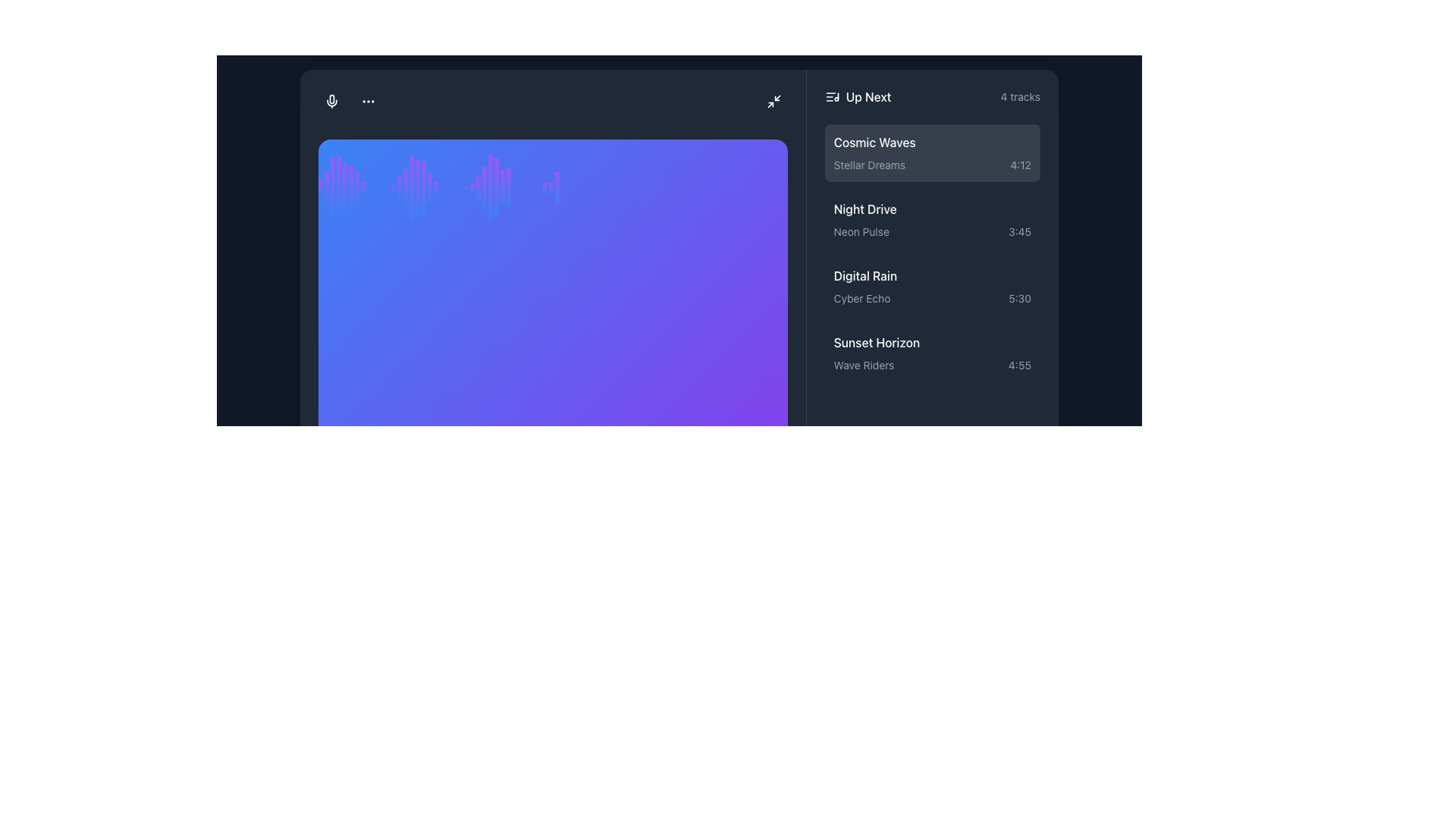 The height and width of the screenshot is (819, 1456). I want to click on the minimize or resize button located at the top right of the interface, which is the last button in its grouping among other controls, so click(773, 101).